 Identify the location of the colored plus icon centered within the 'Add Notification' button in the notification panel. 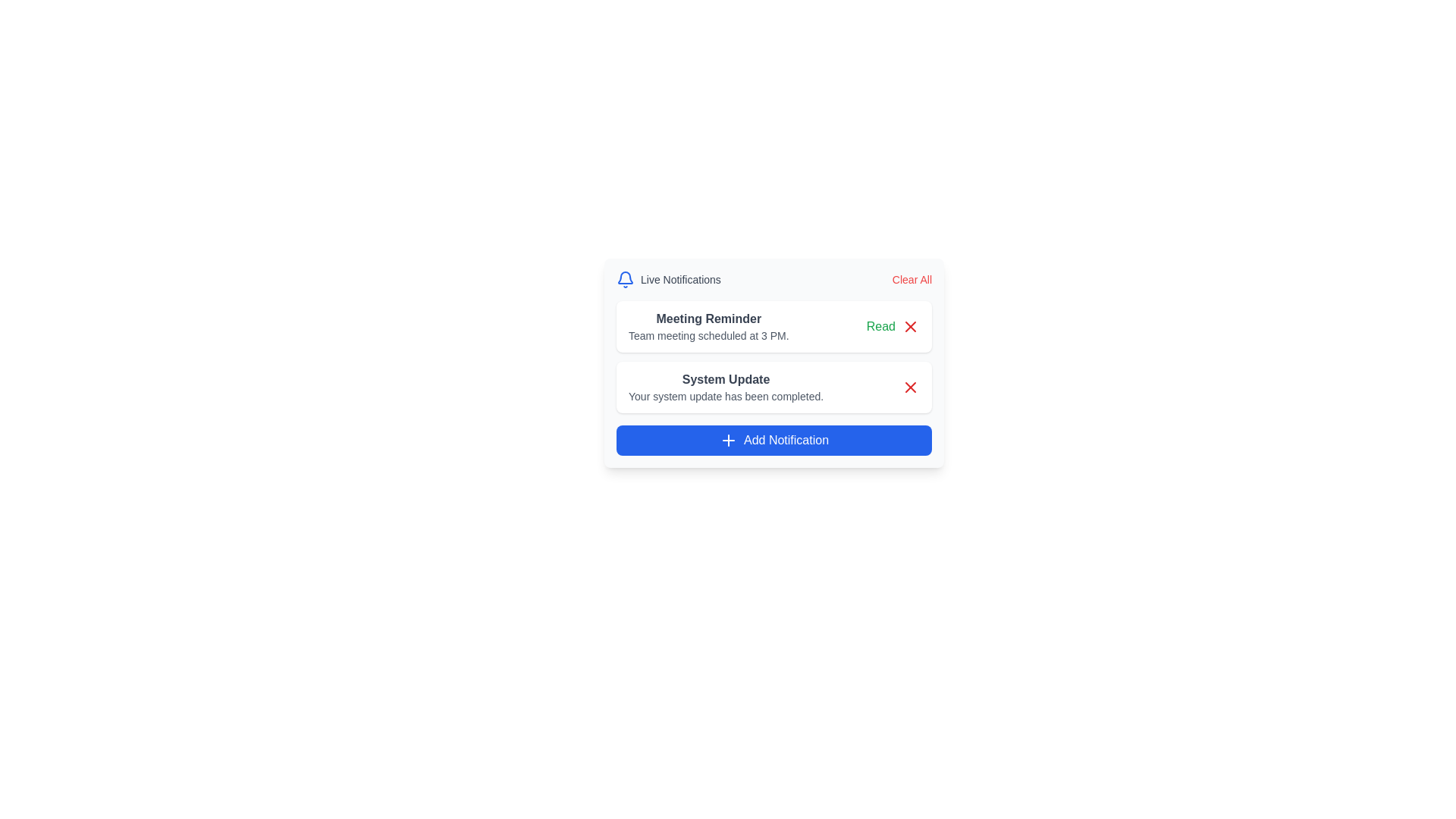
(728, 441).